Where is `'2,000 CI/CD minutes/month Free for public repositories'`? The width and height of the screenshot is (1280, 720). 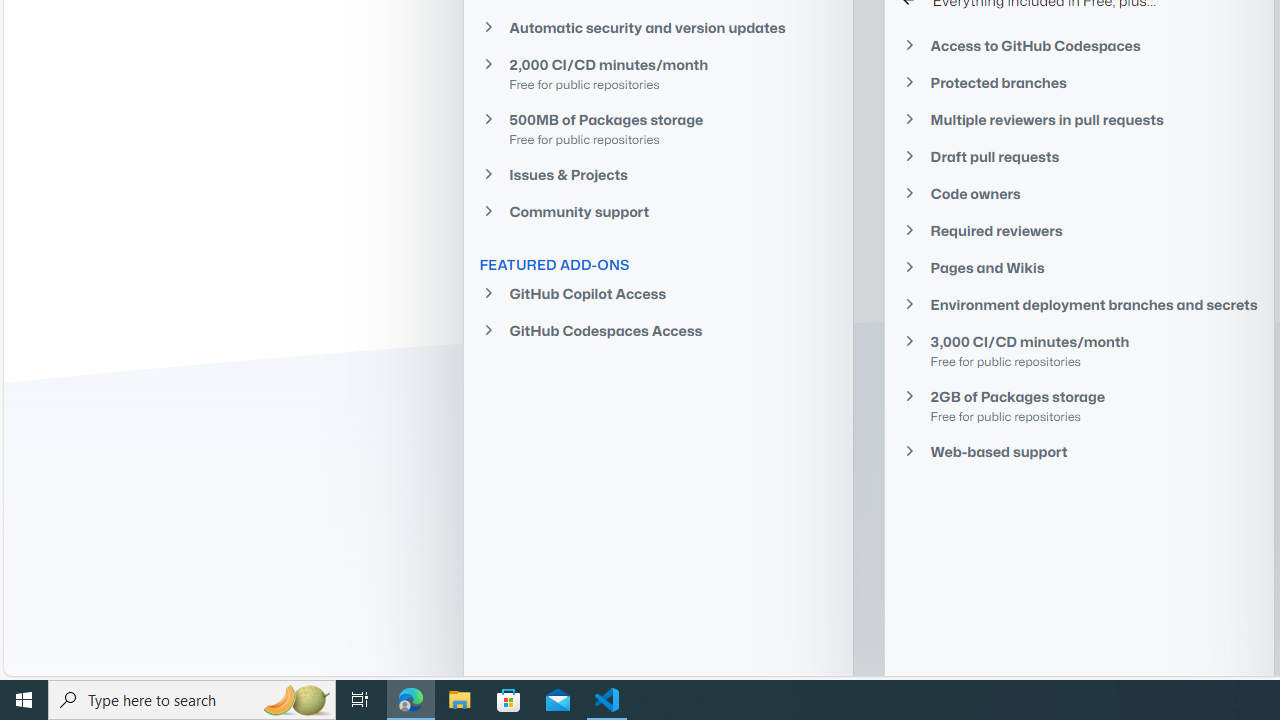 '2,000 CI/CD minutes/month Free for public repositories' is located at coordinates (657, 73).